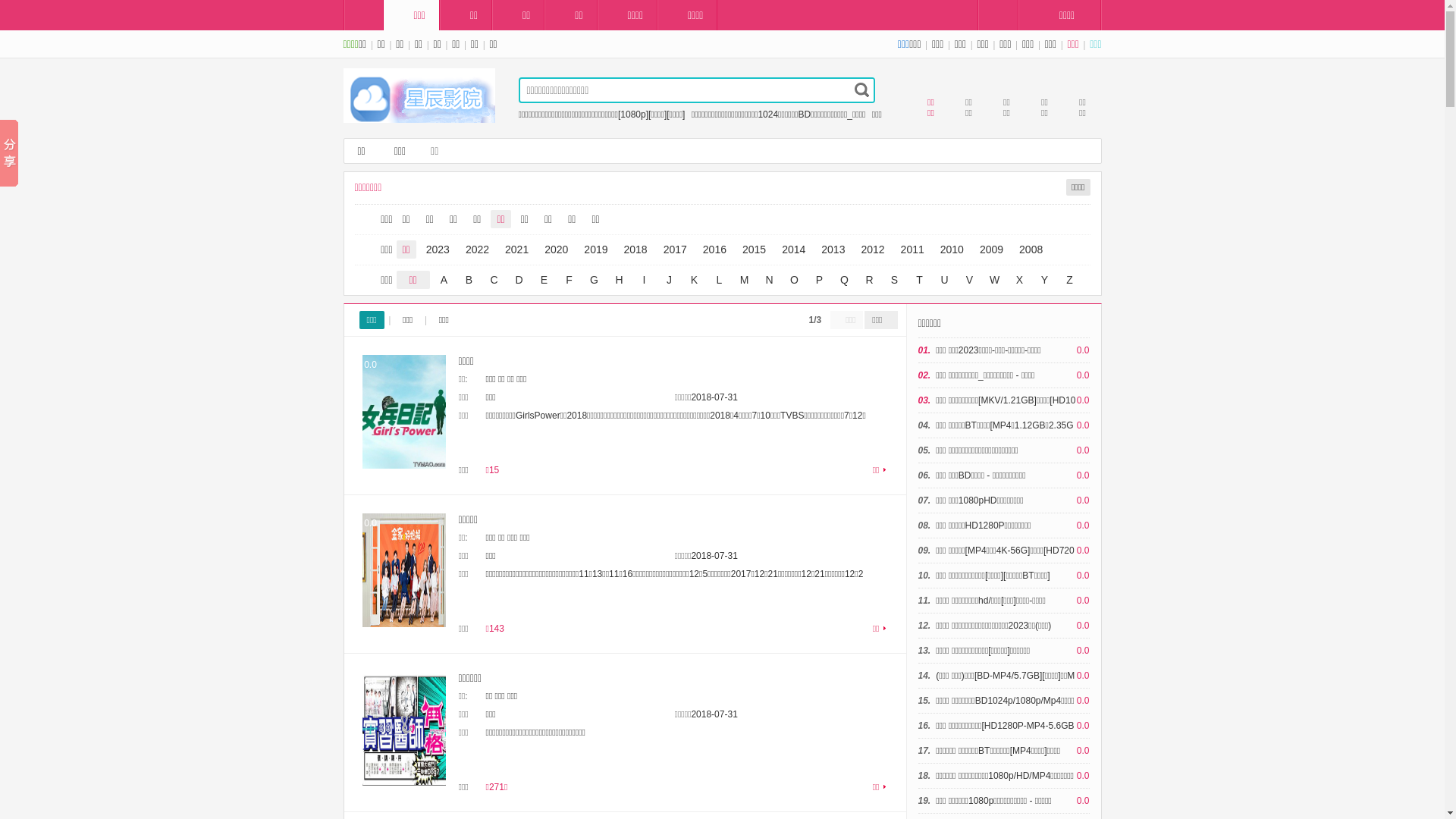  What do you see at coordinates (792, 248) in the screenshot?
I see `'2014'` at bounding box center [792, 248].